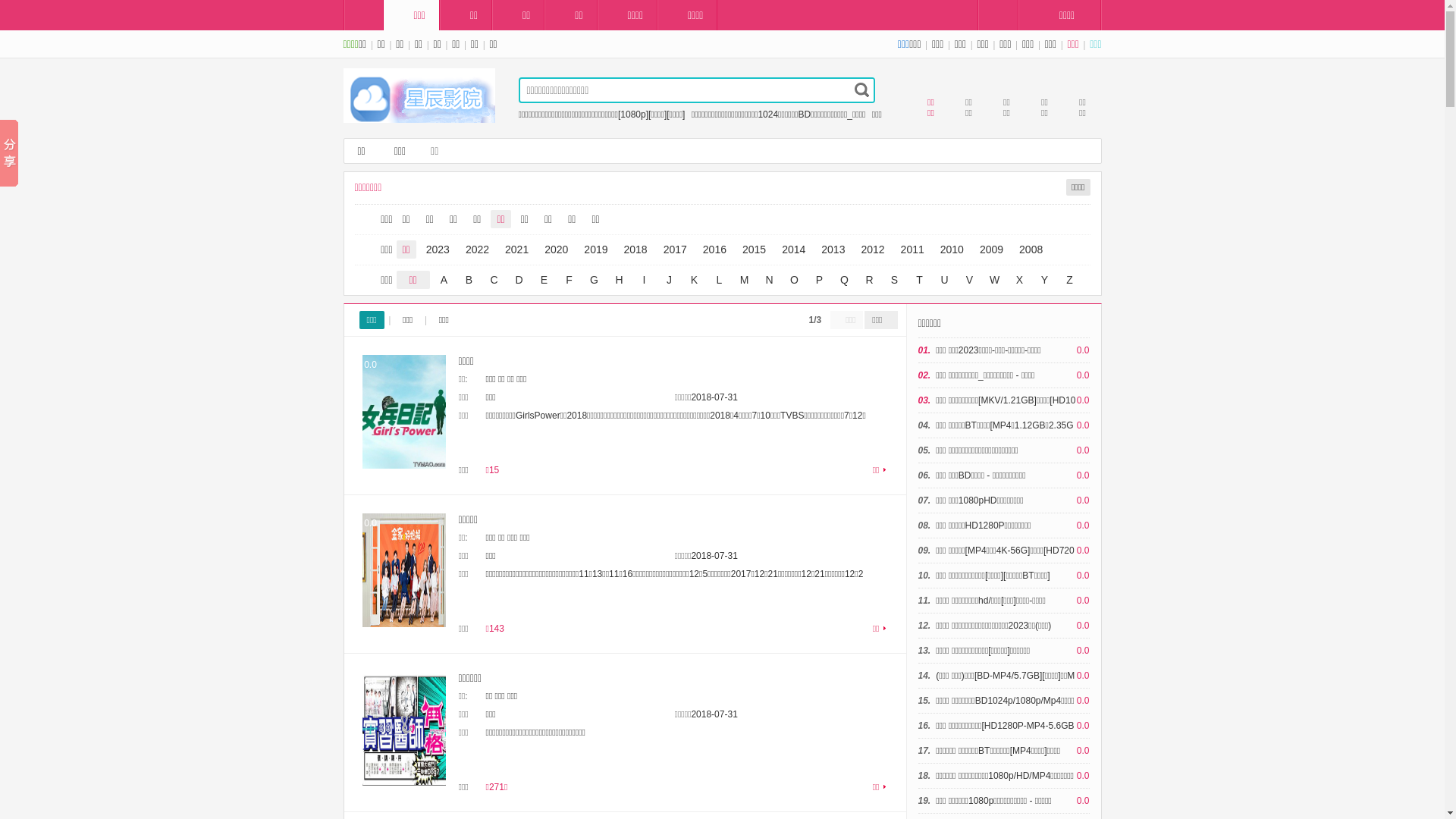  What do you see at coordinates (792, 248) in the screenshot?
I see `'2014'` at bounding box center [792, 248].